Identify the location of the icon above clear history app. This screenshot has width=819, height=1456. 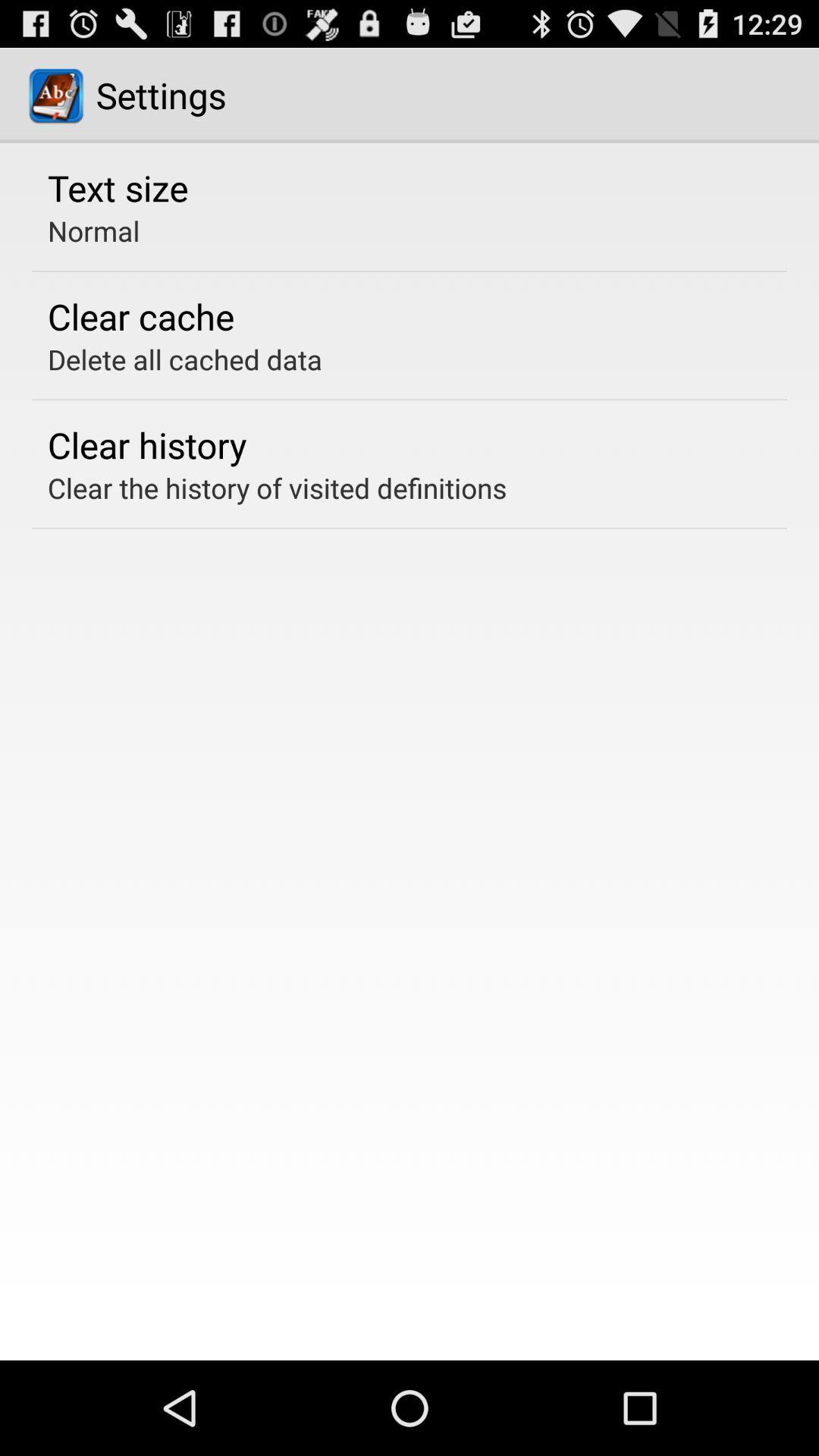
(184, 359).